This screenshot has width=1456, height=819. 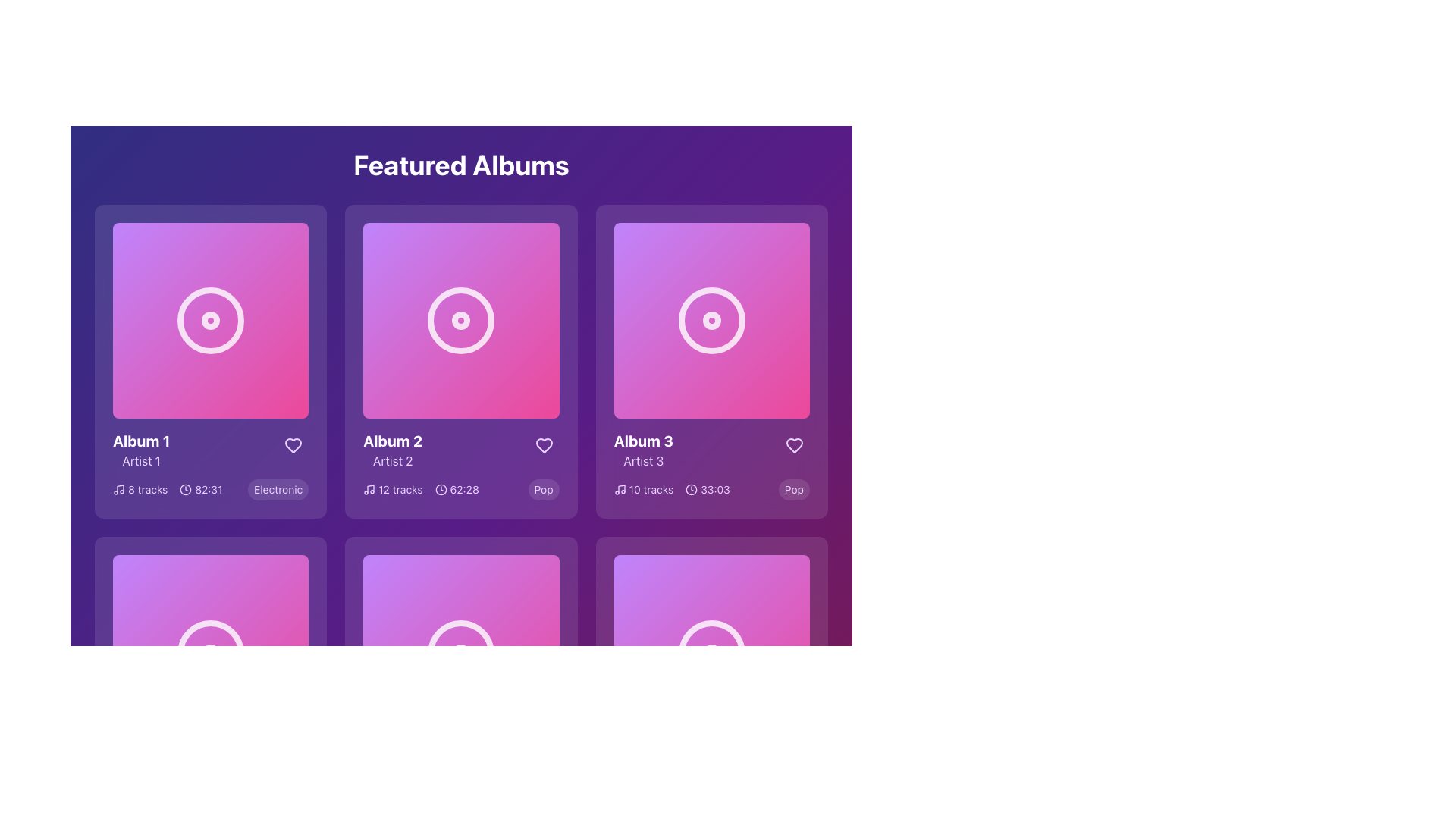 I want to click on the SVG graphical circle that is part of the clock icon located below the album title 'Album 2' by 'Artist 2', which indicates the duration information for '12 tracks', so click(x=440, y=490).